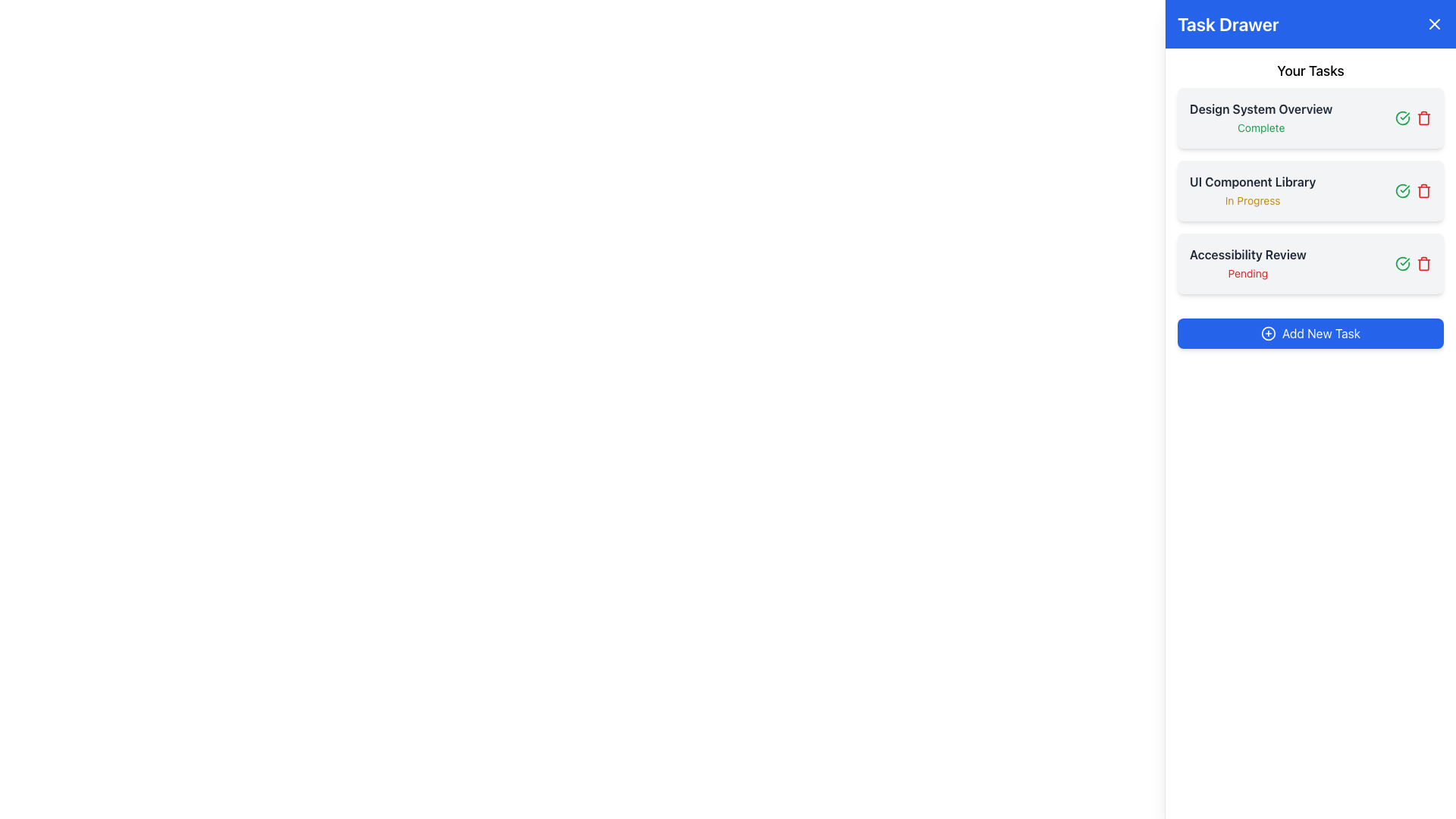 Image resolution: width=1456 pixels, height=819 pixels. Describe the element at coordinates (1401, 117) in the screenshot. I see `the circular green icon button with a checkmark inside it, located on the far right side of the 'Design System Overview' listing in the 'Your Tasks' section of the Task Drawer` at that location.